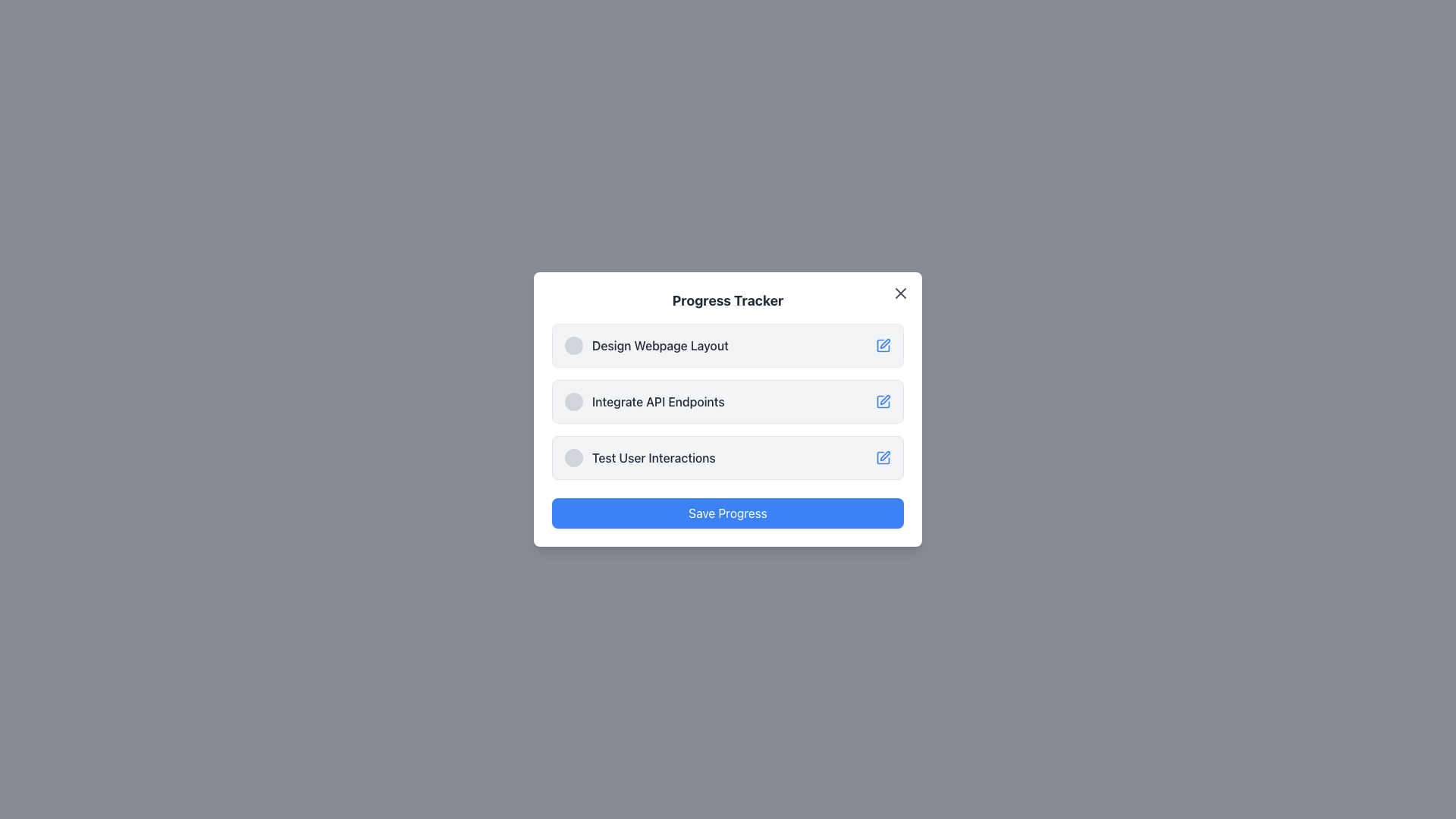 This screenshot has height=819, width=1456. What do you see at coordinates (658, 400) in the screenshot?
I see `the text label displaying 'Integrate API Endpoints' which is positioned second in the vertical list of a task progress tracking interface` at bounding box center [658, 400].